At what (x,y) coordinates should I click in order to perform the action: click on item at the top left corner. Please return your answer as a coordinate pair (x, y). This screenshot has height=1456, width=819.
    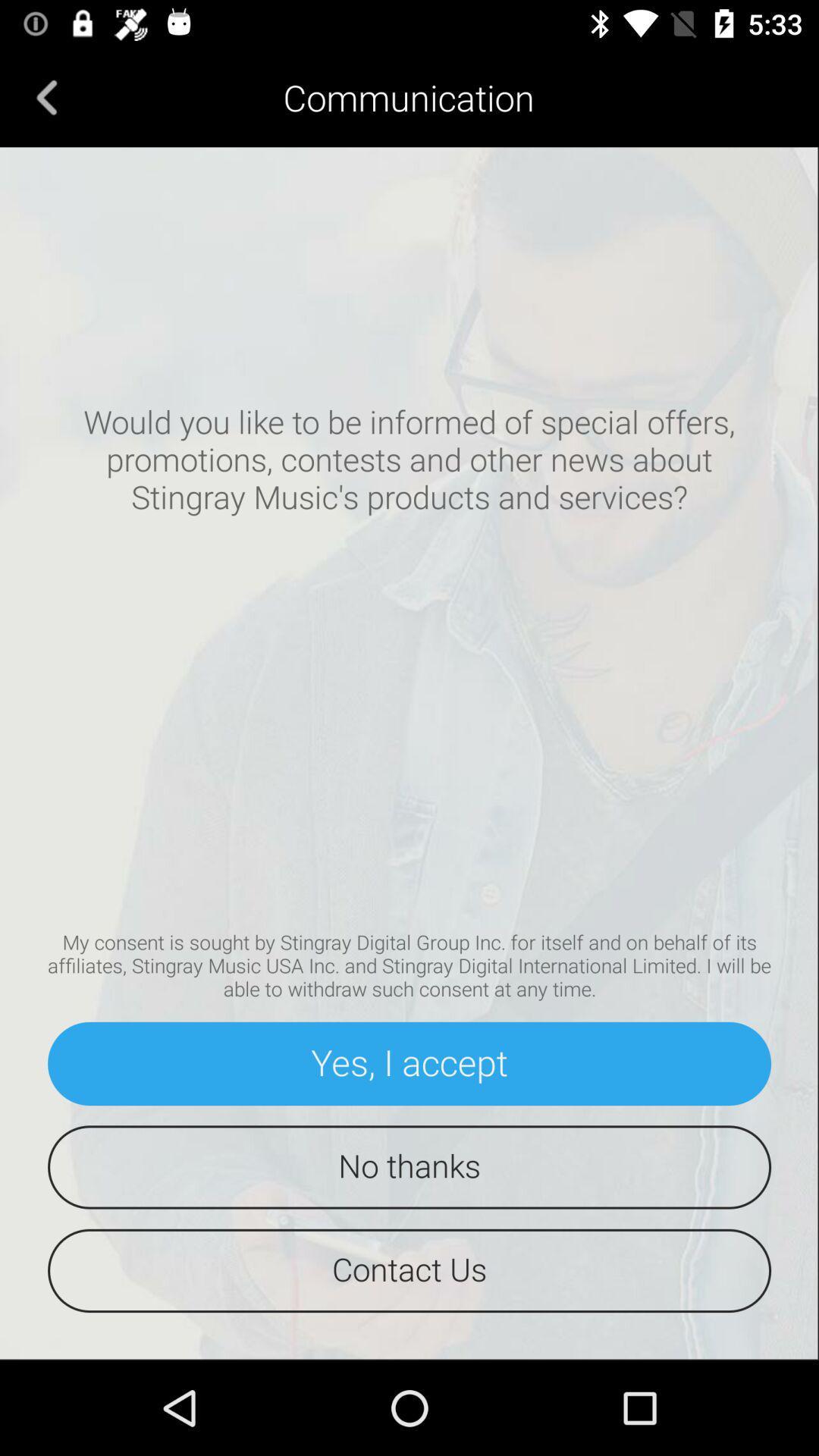
    Looking at the image, I should click on (46, 96).